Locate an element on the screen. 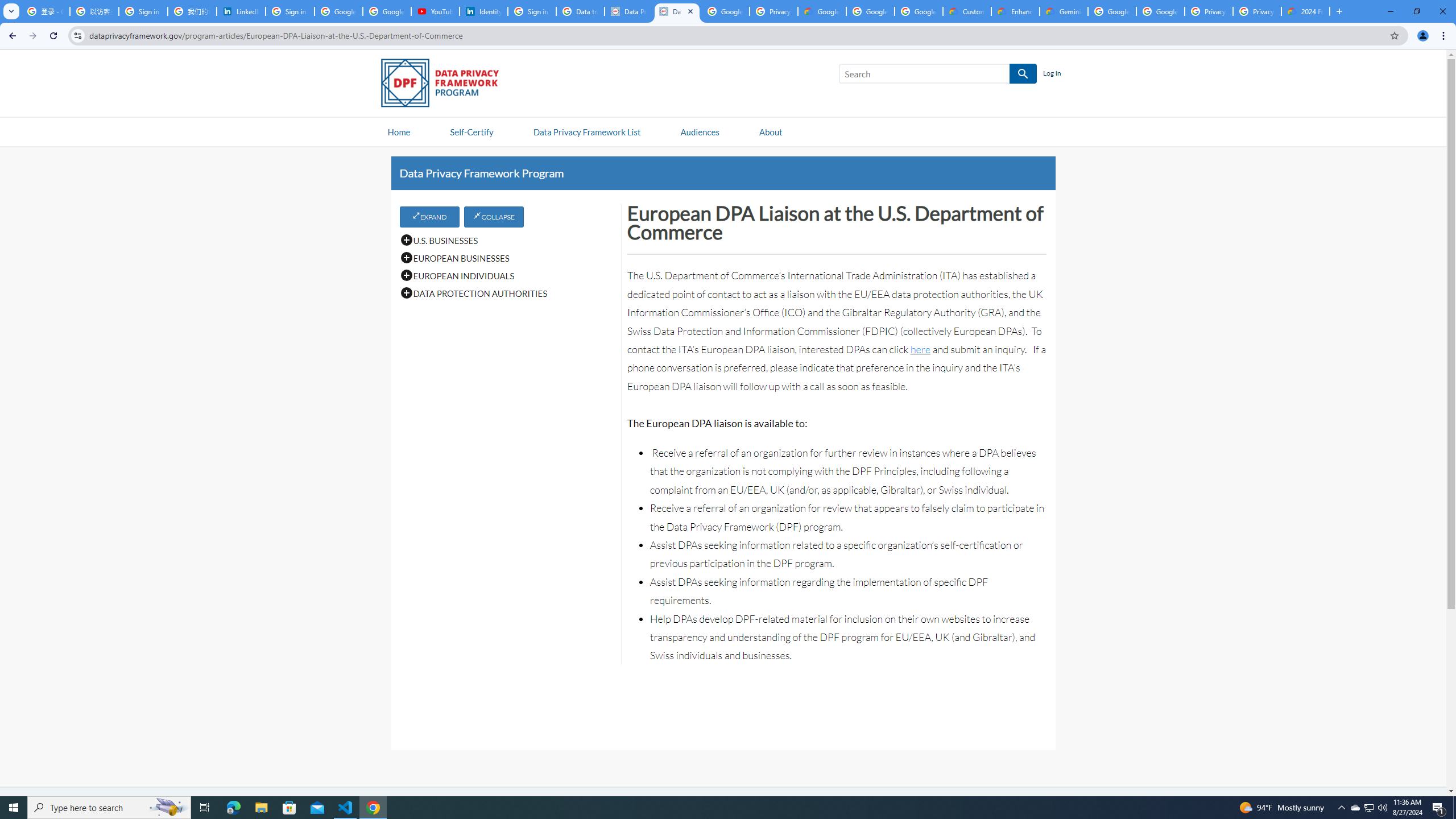 The height and width of the screenshot is (819, 1456). 'Gemini for Business and Developers | Google Cloud' is located at coordinates (1064, 11).